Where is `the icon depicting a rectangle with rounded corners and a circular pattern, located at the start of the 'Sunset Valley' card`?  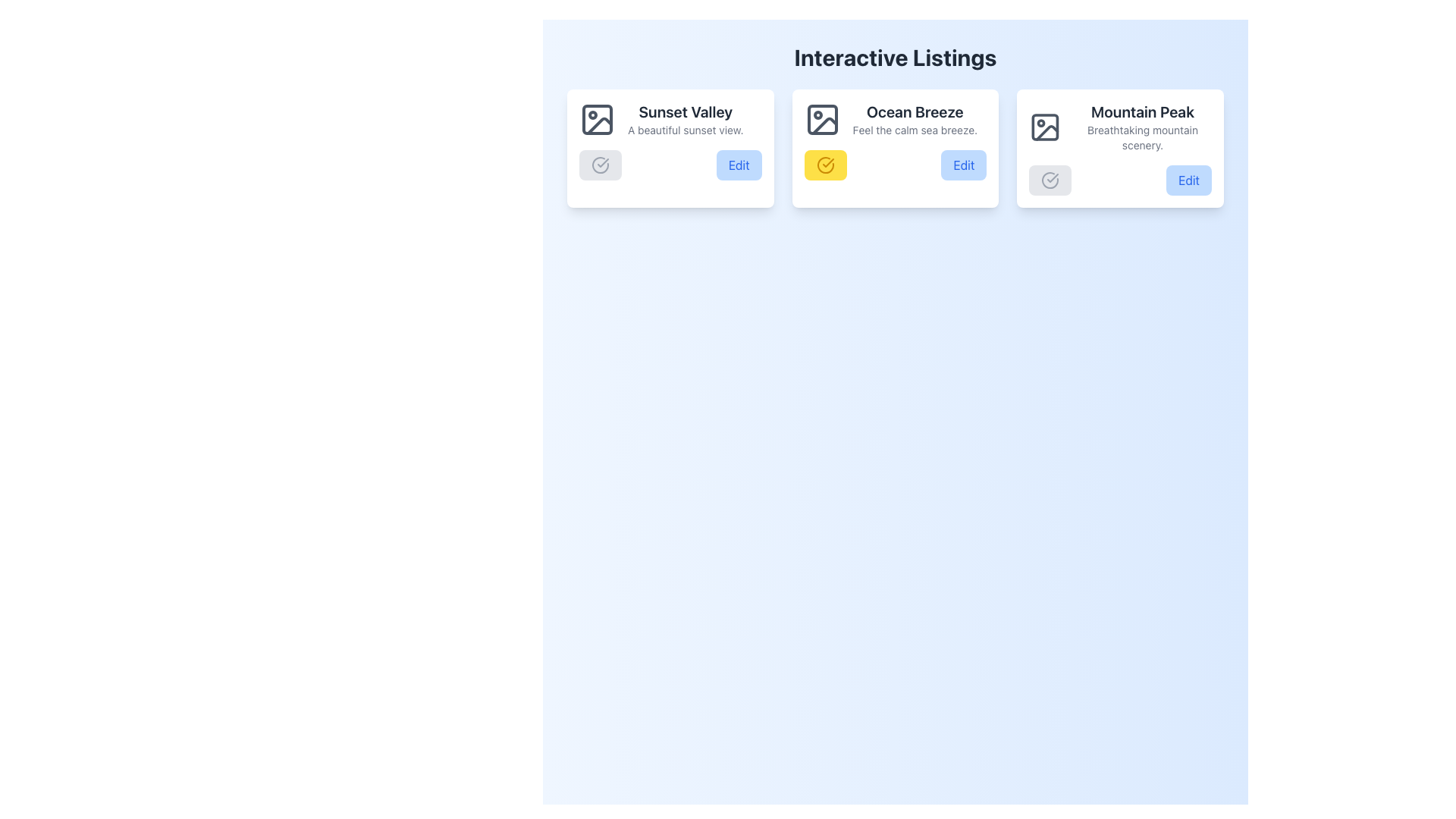 the icon depicting a rectangle with rounded corners and a circular pattern, located at the start of the 'Sunset Valley' card is located at coordinates (596, 119).